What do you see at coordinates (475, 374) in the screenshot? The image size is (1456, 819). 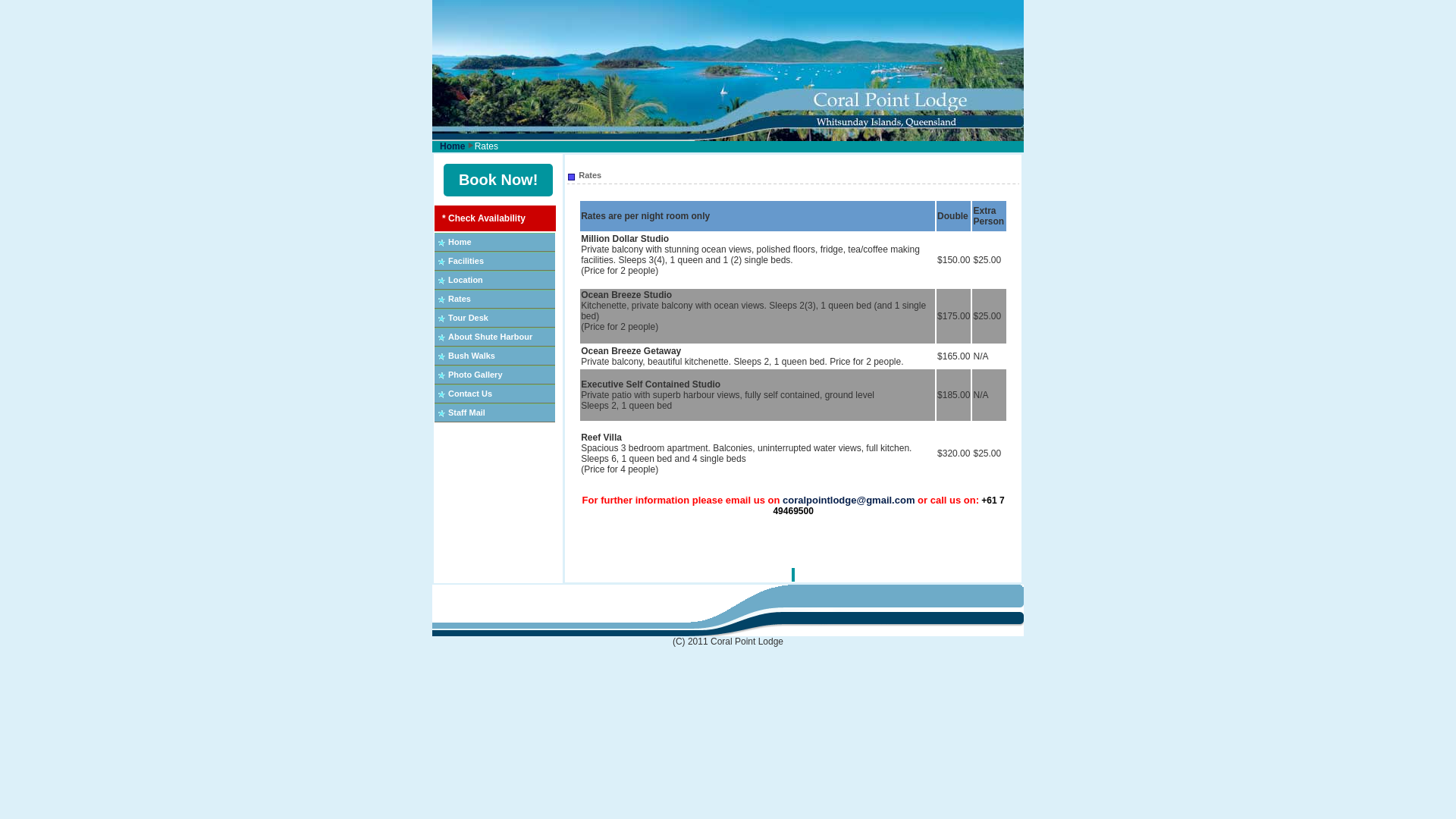 I see `'Photo Gallery'` at bounding box center [475, 374].